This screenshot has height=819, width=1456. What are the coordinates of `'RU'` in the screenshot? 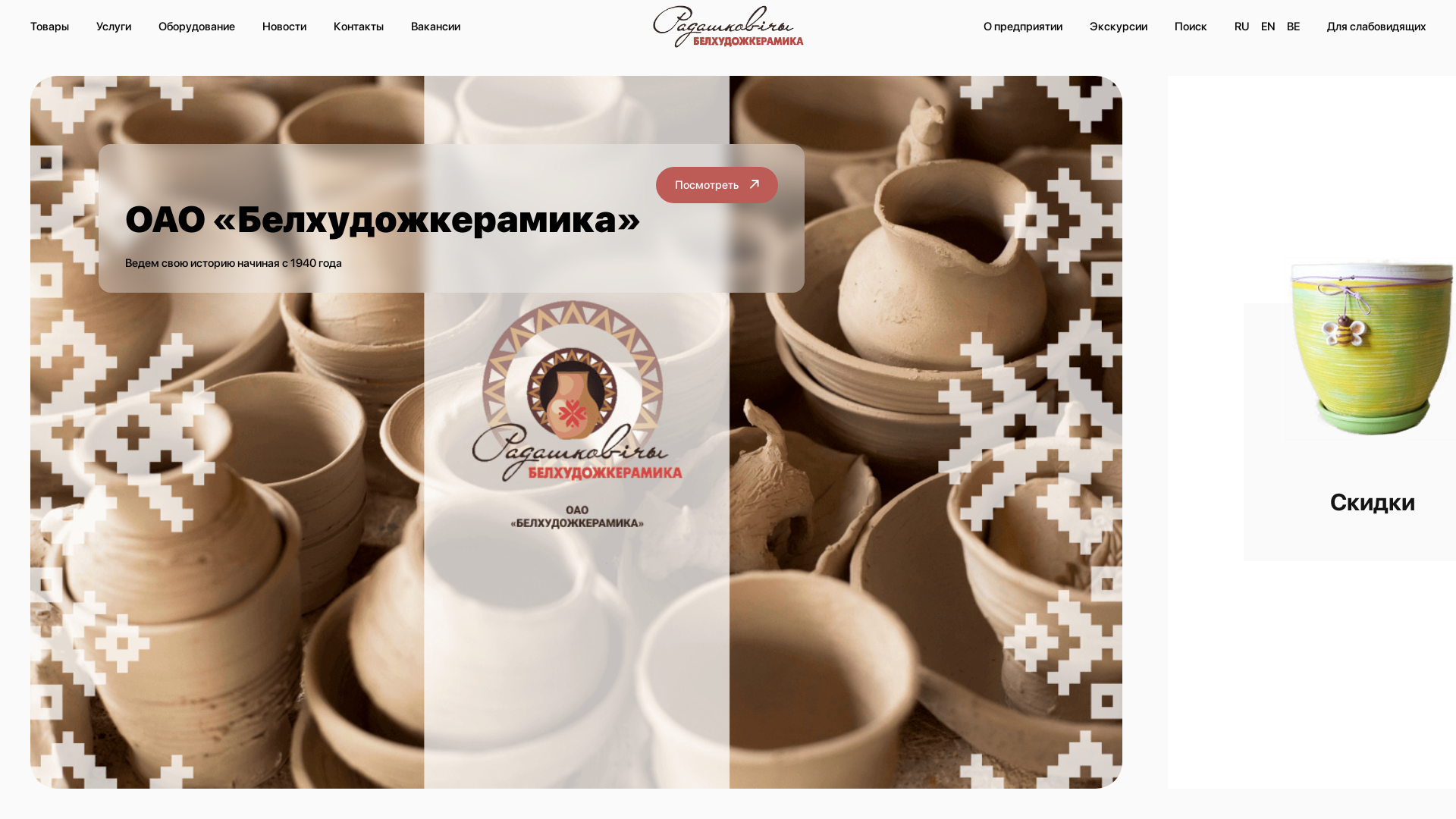 It's located at (1241, 26).